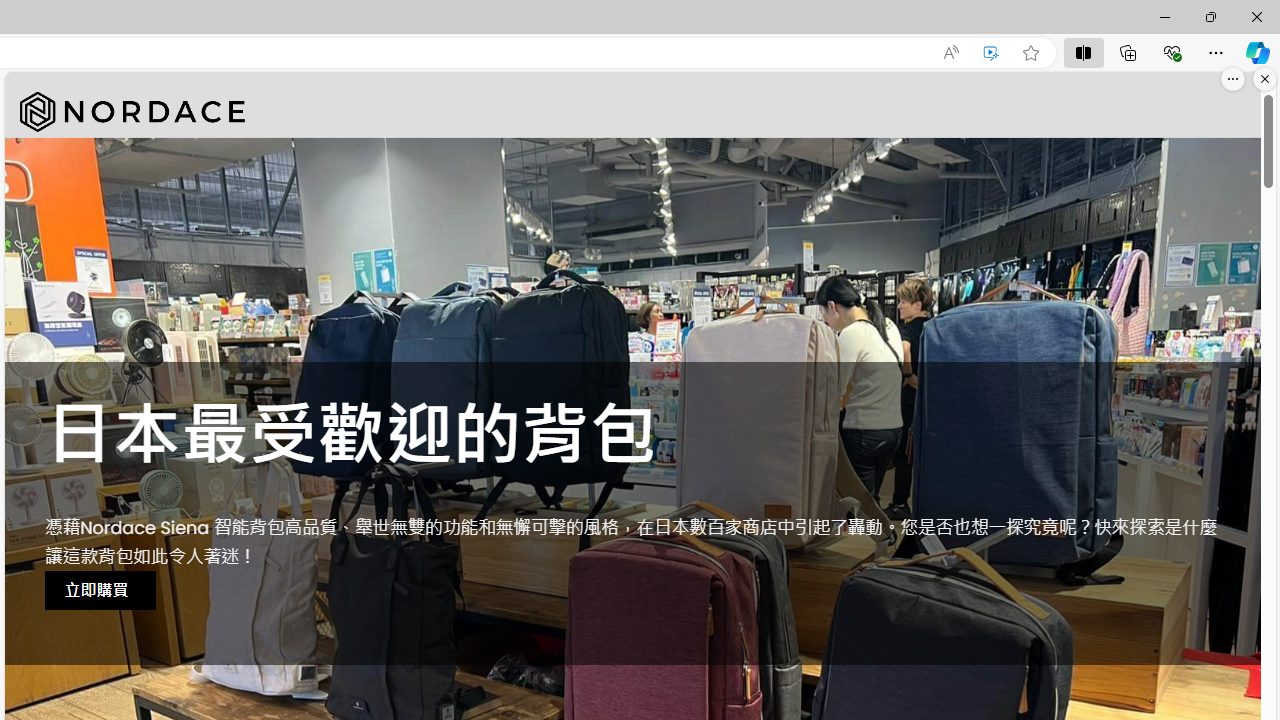 The height and width of the screenshot is (720, 1280). Describe the element at coordinates (991, 52) in the screenshot. I see `'Enhance video'` at that location.